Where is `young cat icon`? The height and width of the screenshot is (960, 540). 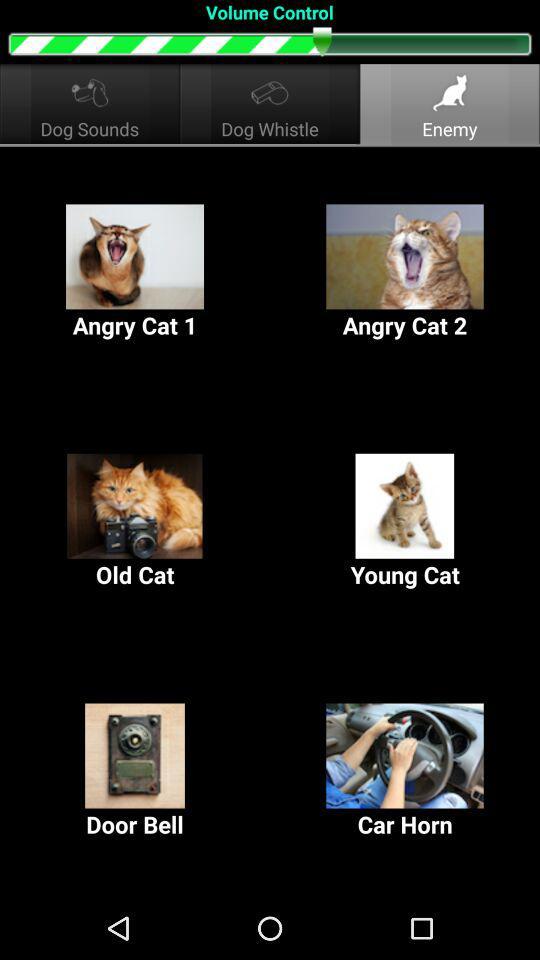 young cat icon is located at coordinates (405, 521).